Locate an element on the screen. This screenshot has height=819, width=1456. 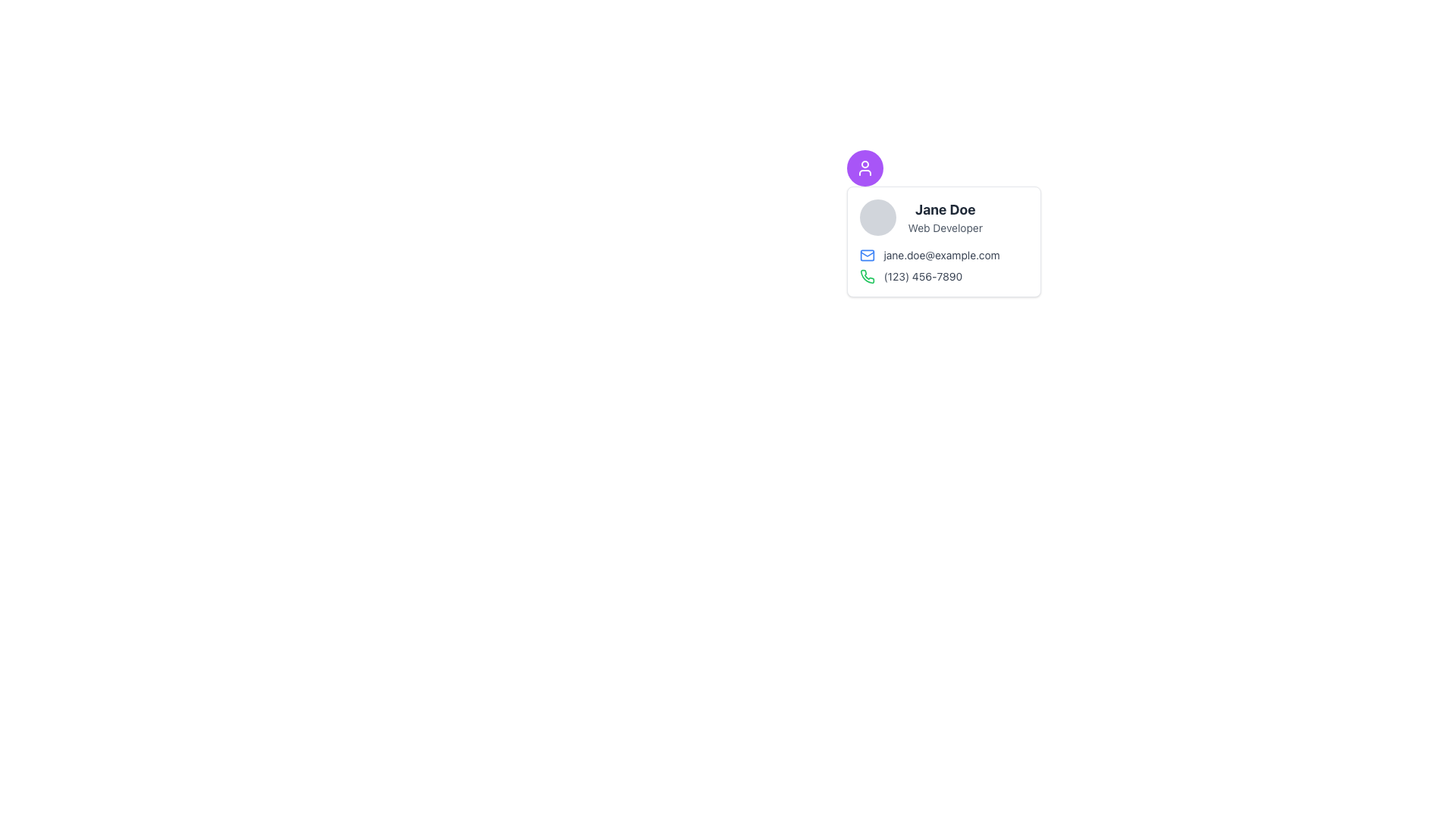
the phone text in the Contact Information Block, which displays an icon and phone number below the user's name 'Jane Doe Web Developer' is located at coordinates (943, 265).